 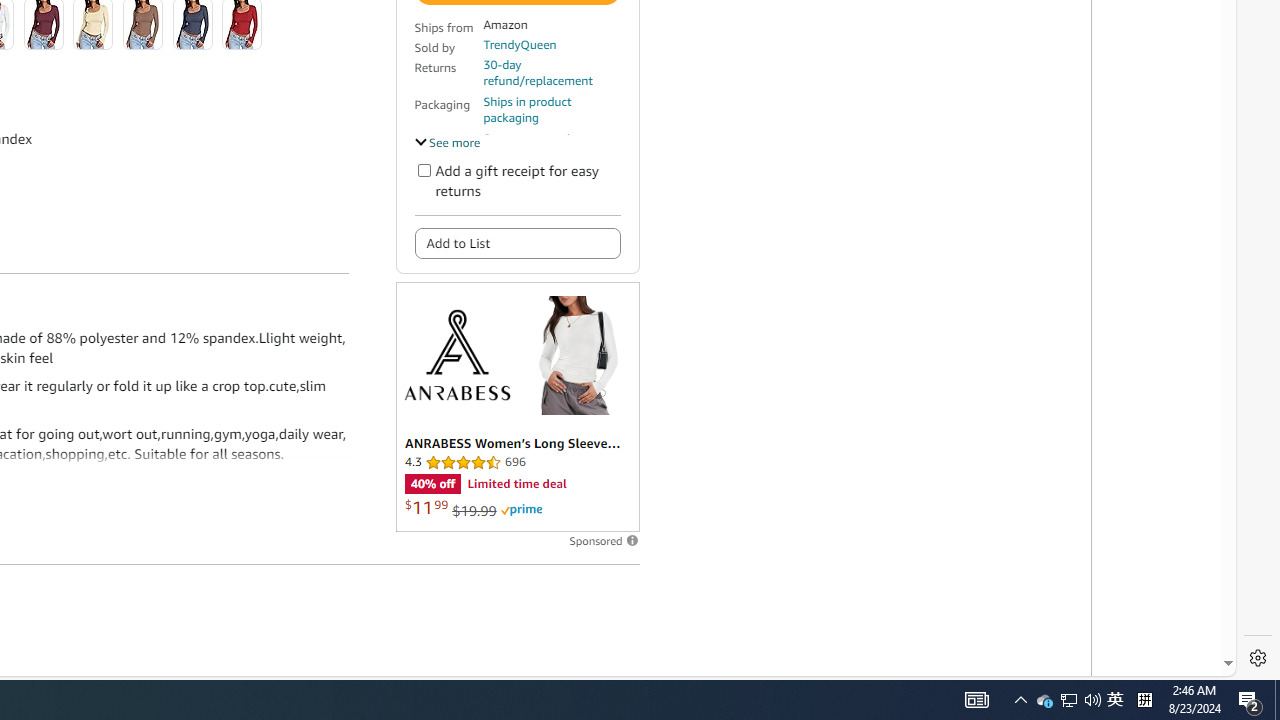 I want to click on 'TrendyQueen', so click(x=519, y=44).